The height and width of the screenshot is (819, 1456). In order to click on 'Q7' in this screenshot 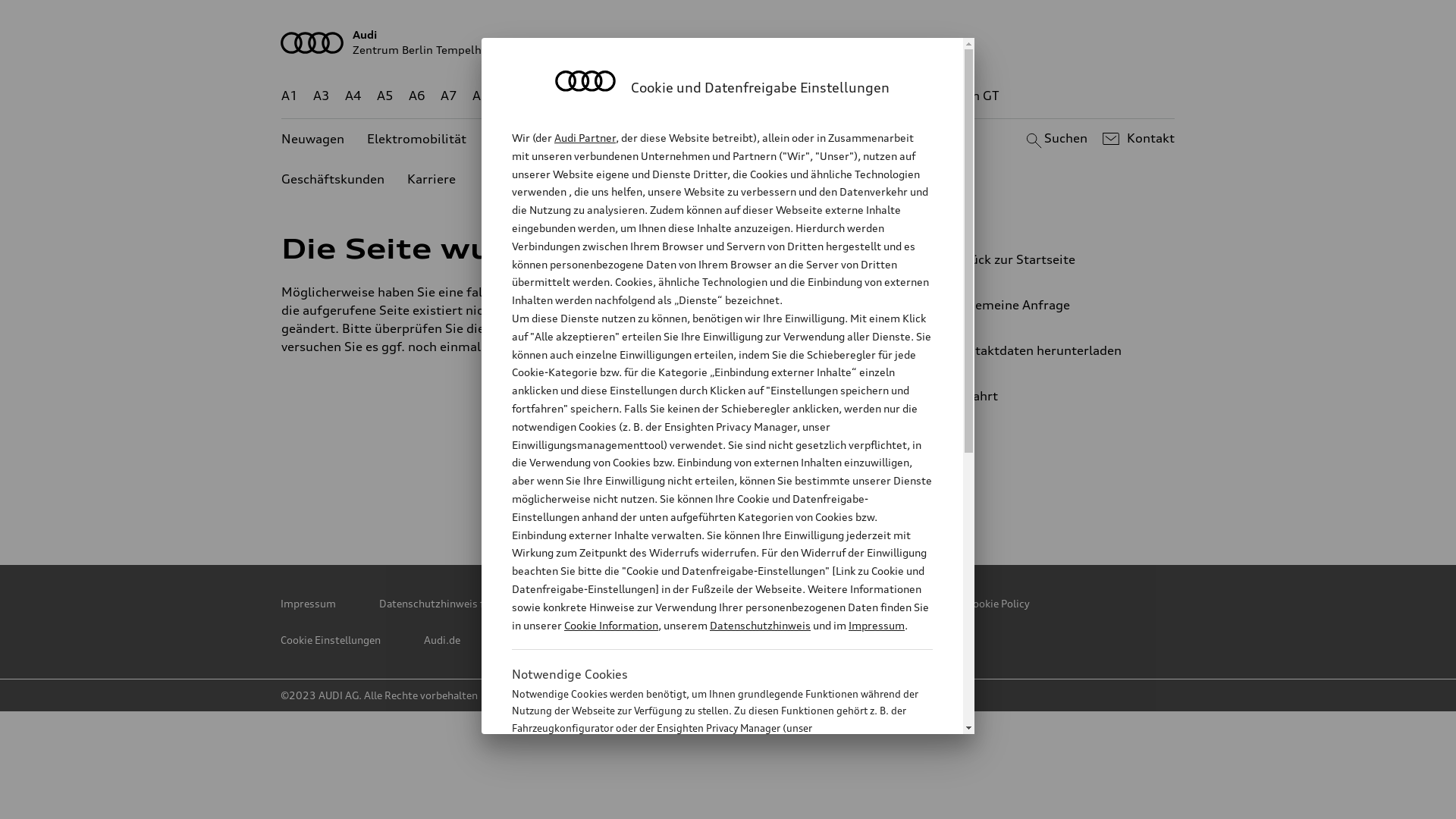, I will do `click(682, 96)`.